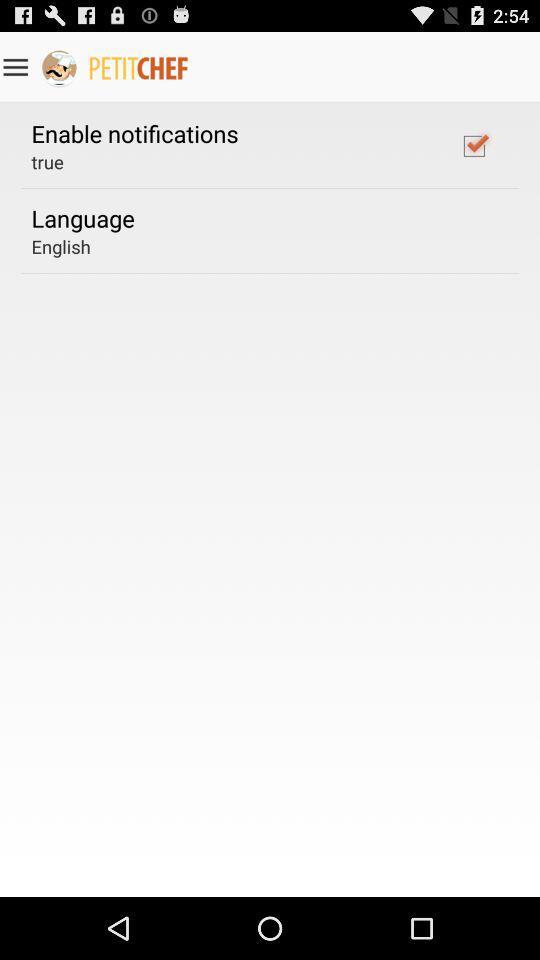 The image size is (540, 960). Describe the element at coordinates (82, 218) in the screenshot. I see `the language item` at that location.